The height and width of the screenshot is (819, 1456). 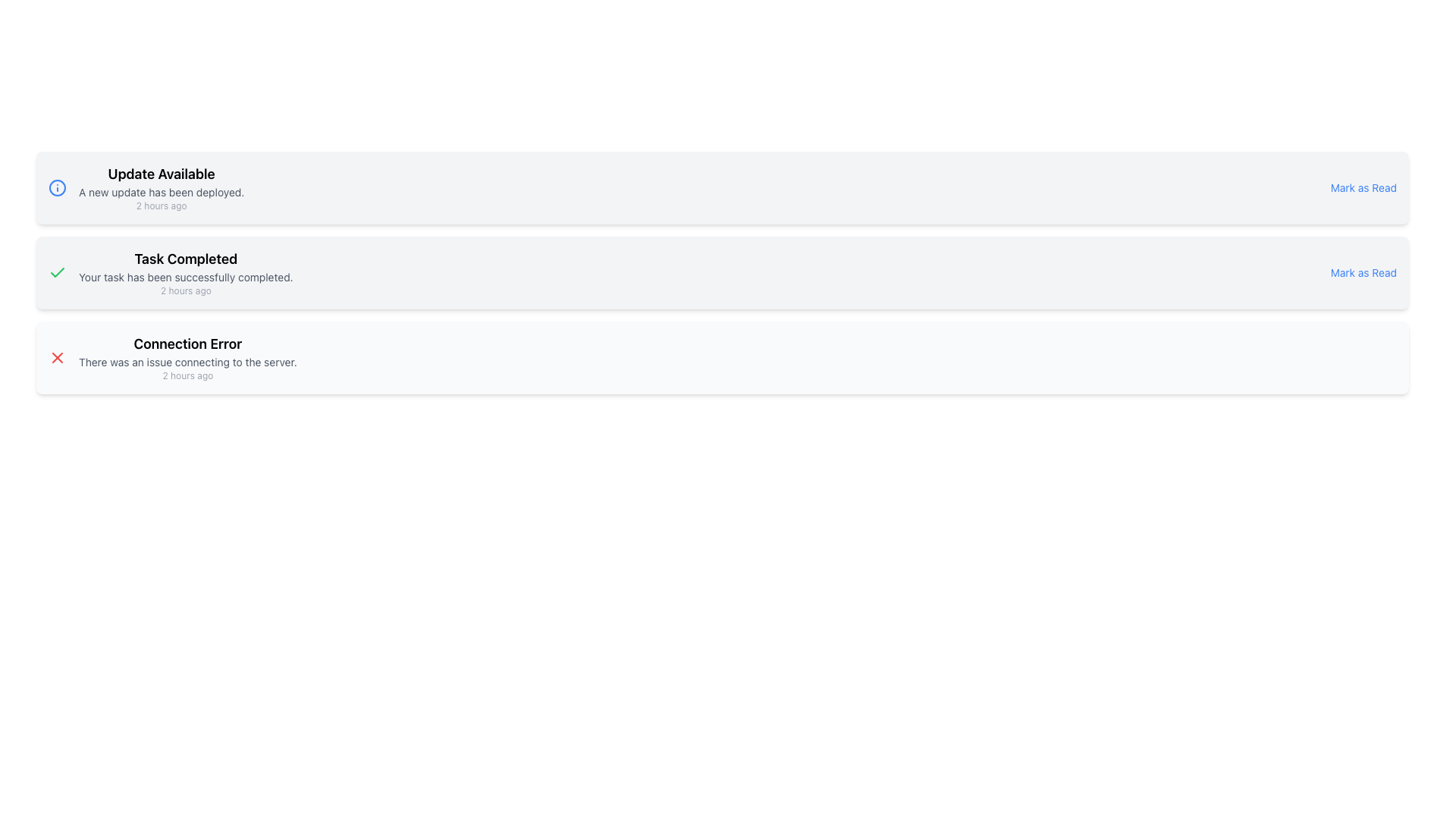 What do you see at coordinates (58, 187) in the screenshot?
I see `the outermost circular shape in the 'Update Available' notification icon, which is part of an SVG element containing other graphical elements` at bounding box center [58, 187].